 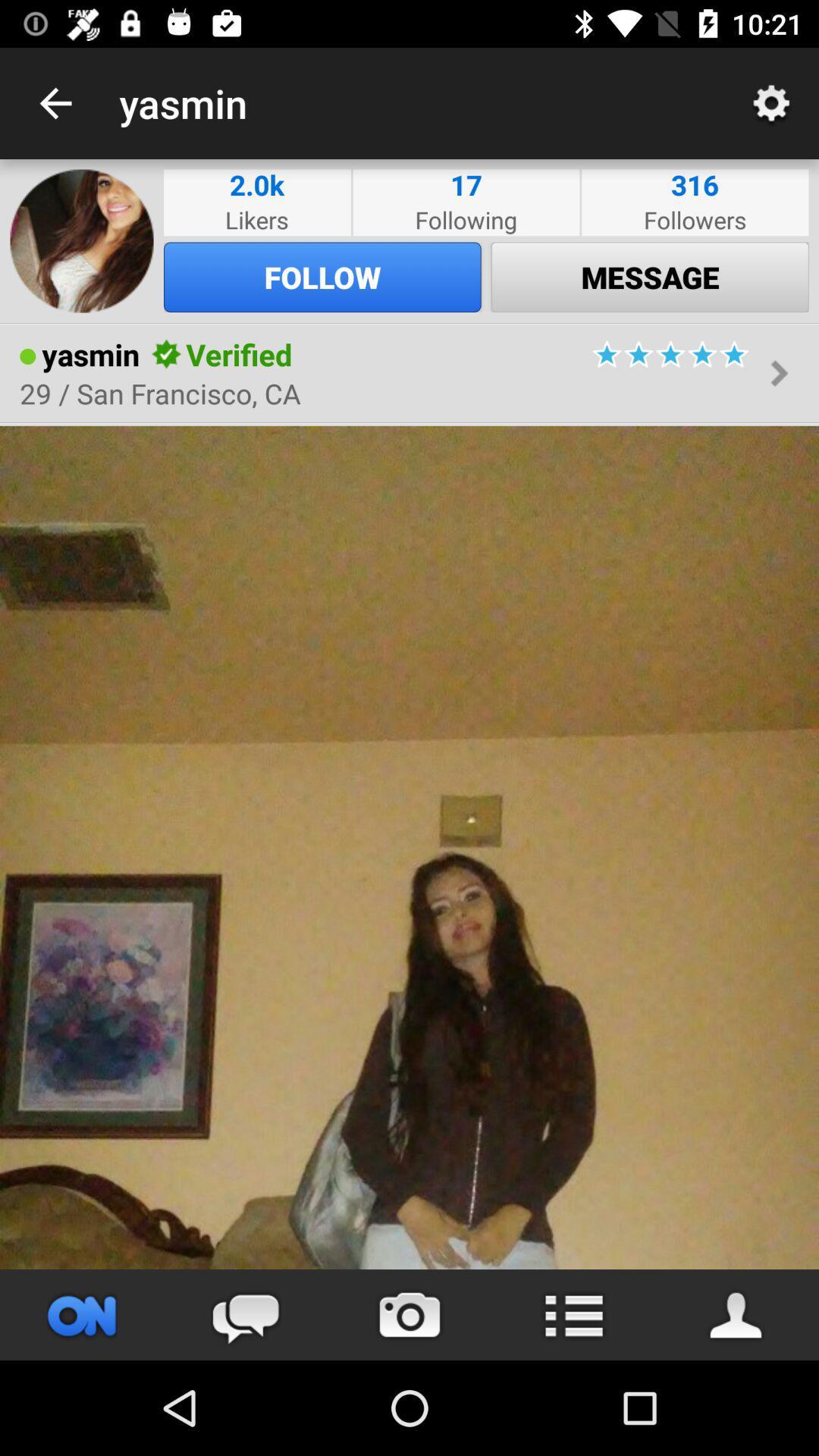 I want to click on icon to the right of the follow item, so click(x=649, y=277).